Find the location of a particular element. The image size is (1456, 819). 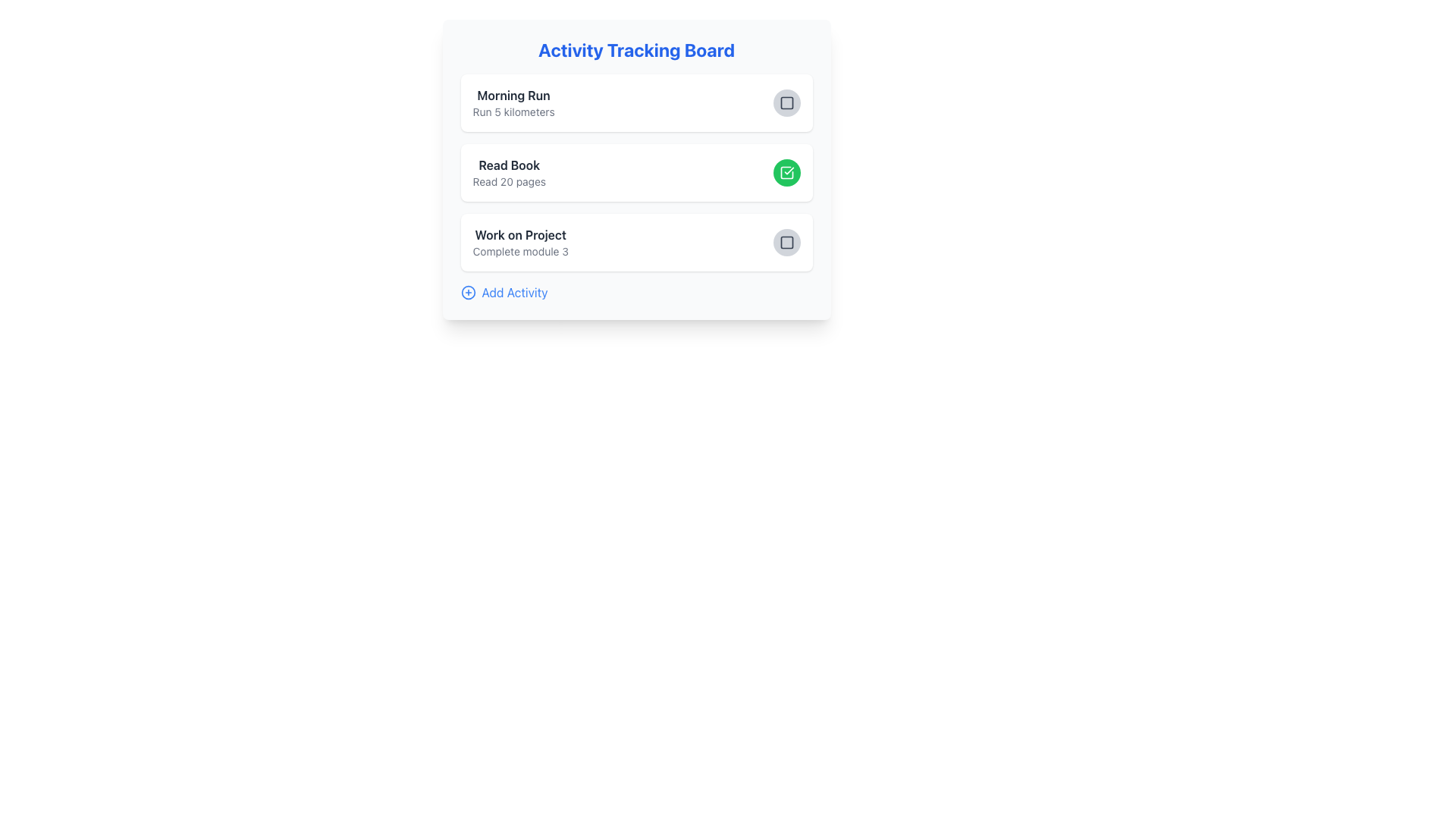

the circular button at the far-right end of the 'Work on Project' entry in the 'Activity Tracking Board' is located at coordinates (786, 242).